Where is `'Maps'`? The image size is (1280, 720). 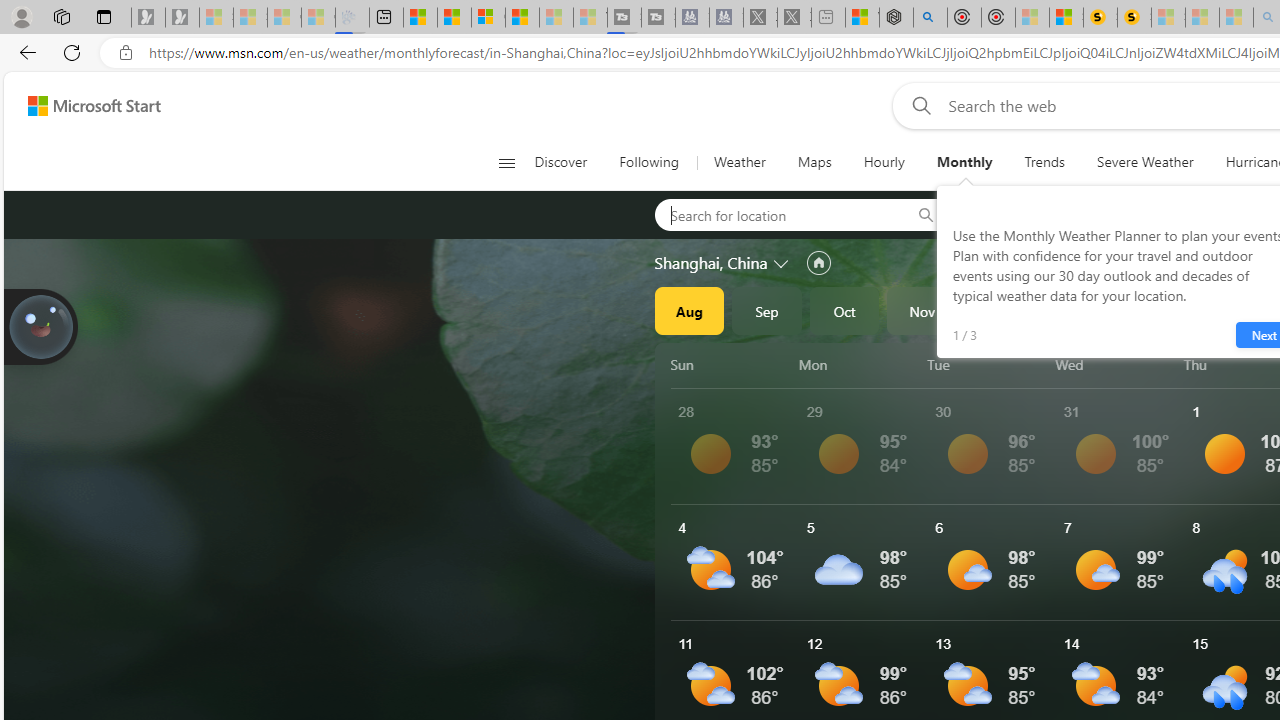 'Maps' is located at coordinates (814, 162).